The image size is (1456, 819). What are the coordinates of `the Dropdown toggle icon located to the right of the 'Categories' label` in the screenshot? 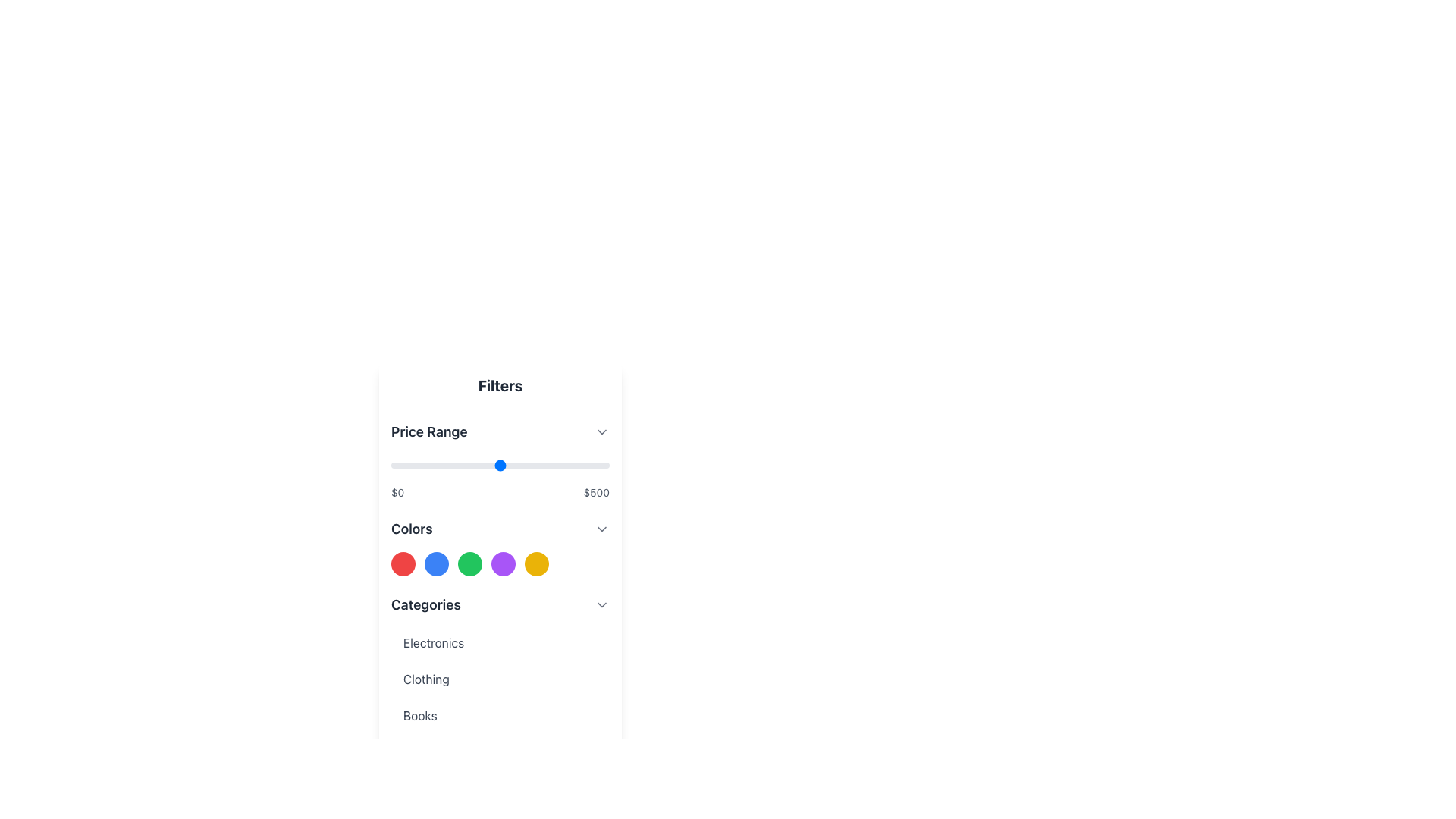 It's located at (601, 604).